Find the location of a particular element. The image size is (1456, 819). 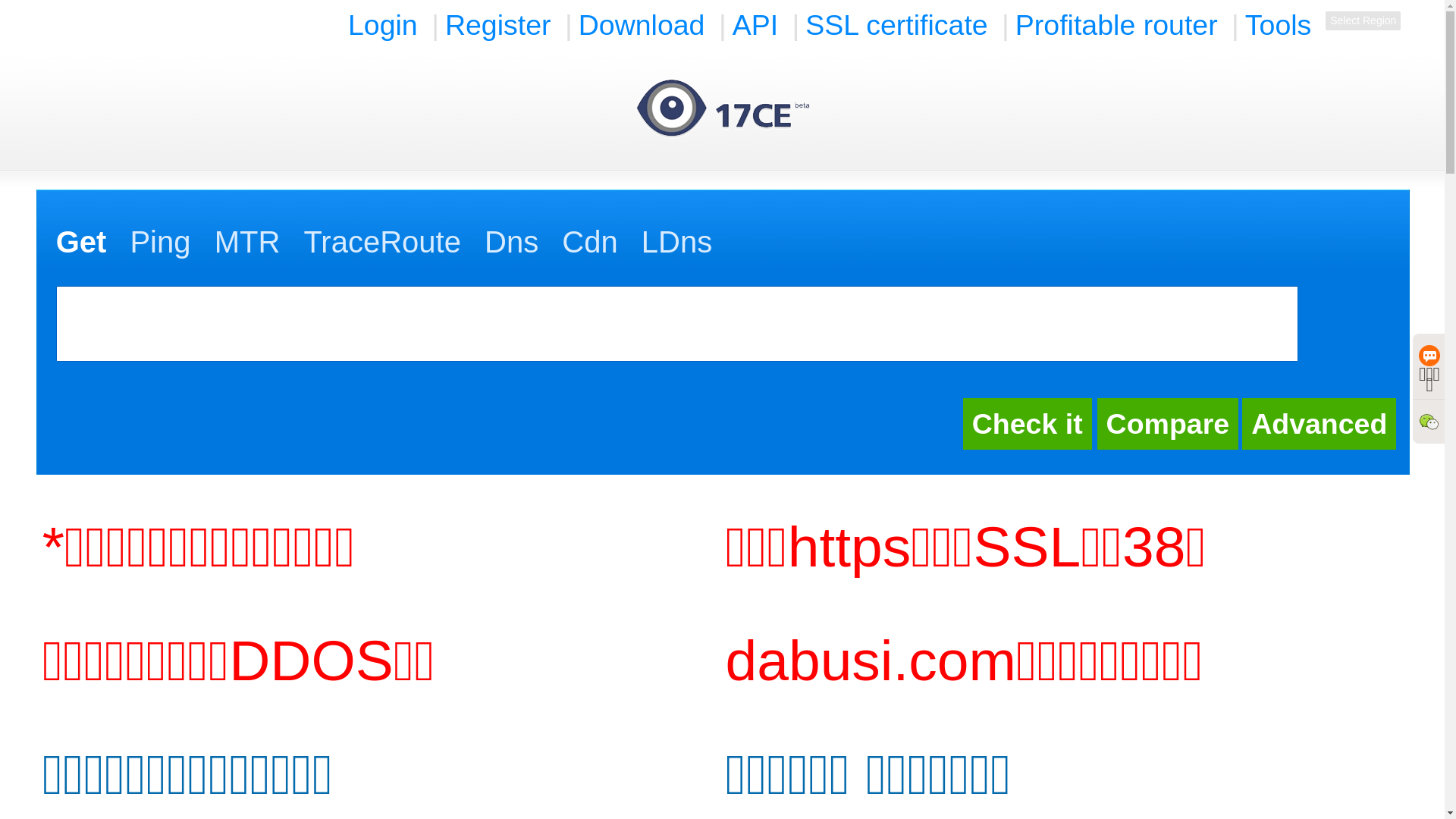

'Get' is located at coordinates (55, 241).